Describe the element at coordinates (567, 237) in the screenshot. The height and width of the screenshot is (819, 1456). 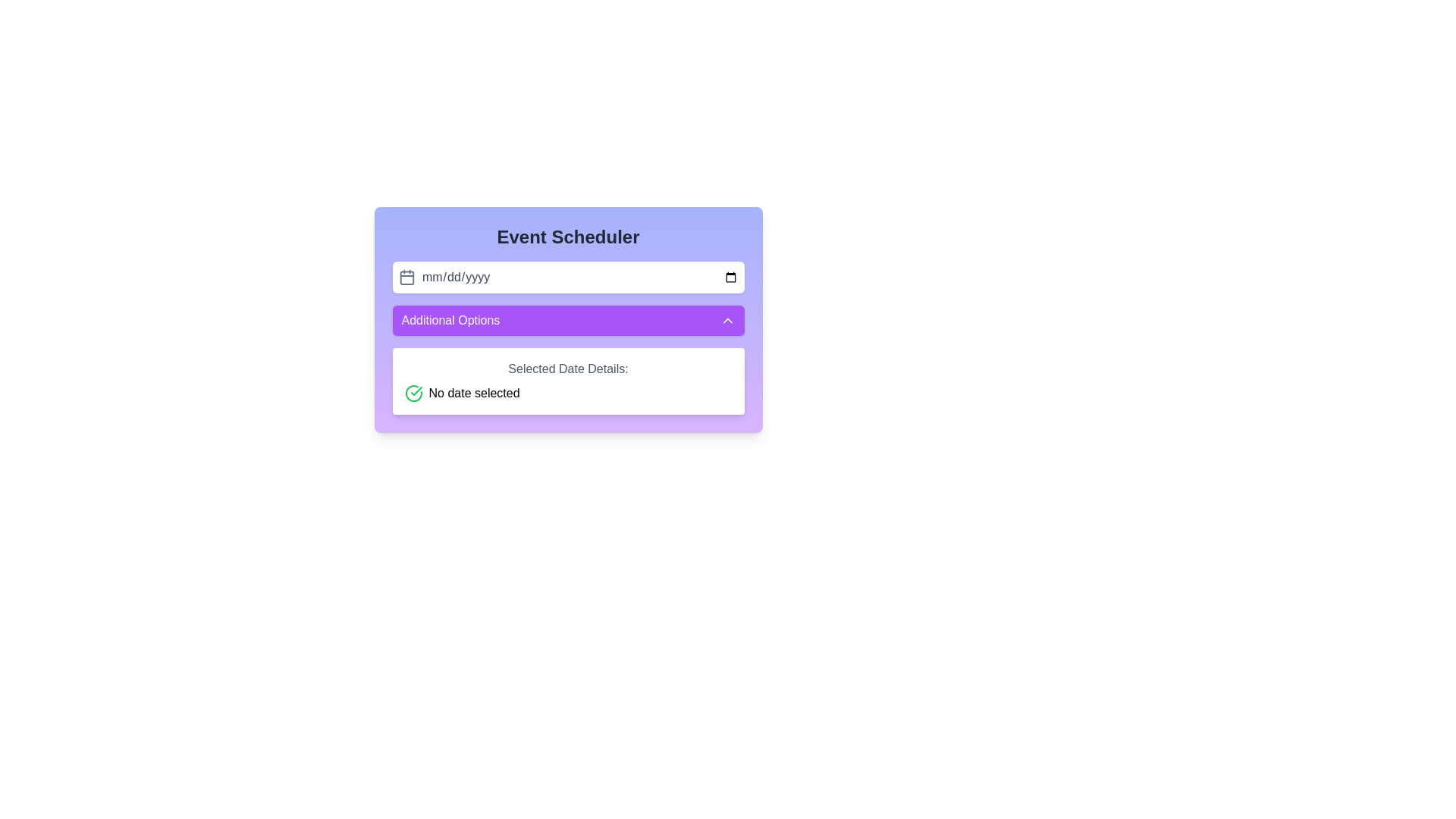
I see `the title header text label that provides context for the interface related to scheduling events, positioned at the top center of the interface above other elements` at that location.